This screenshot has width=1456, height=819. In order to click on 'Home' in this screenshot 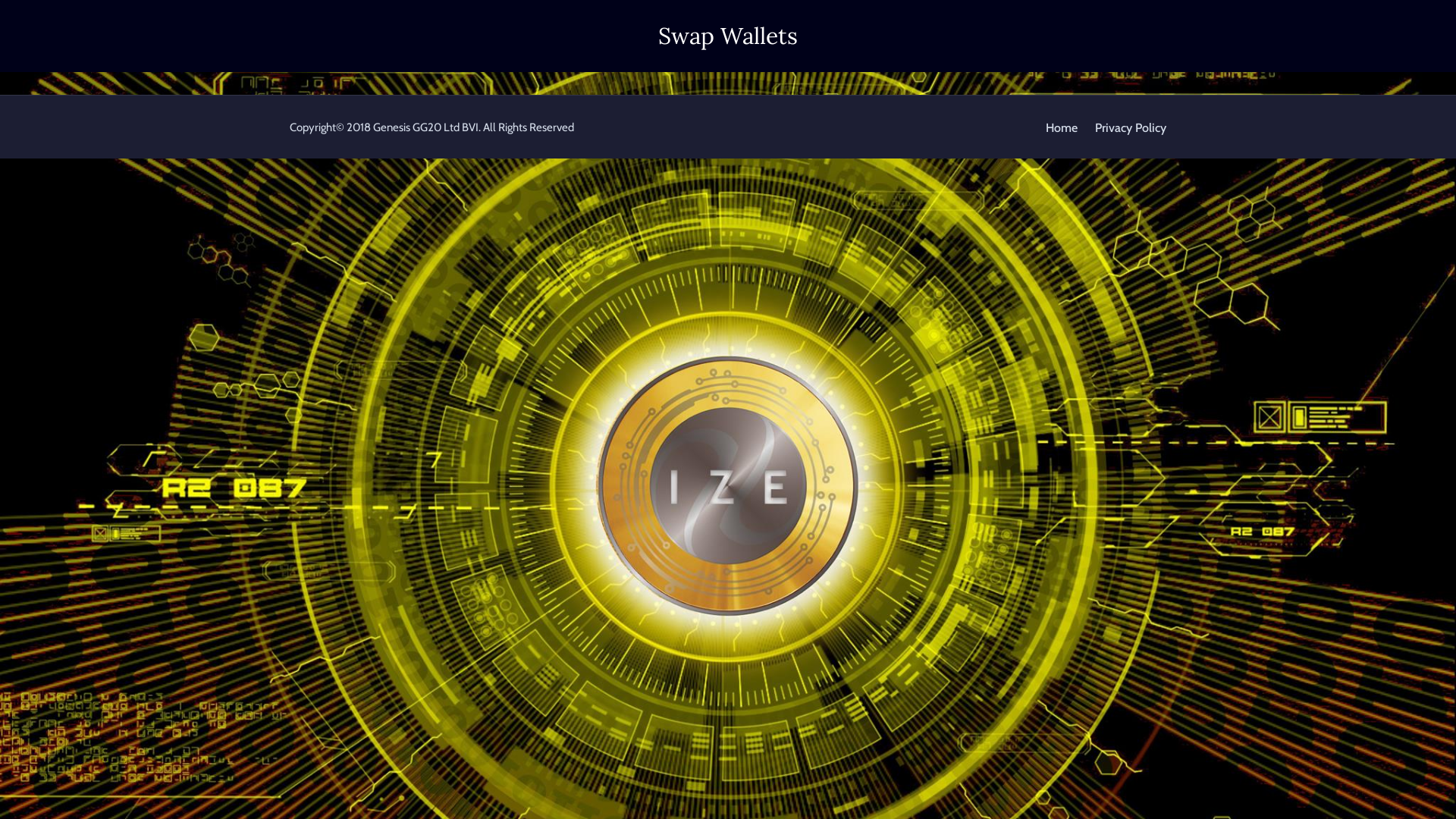, I will do `click(1061, 127)`.